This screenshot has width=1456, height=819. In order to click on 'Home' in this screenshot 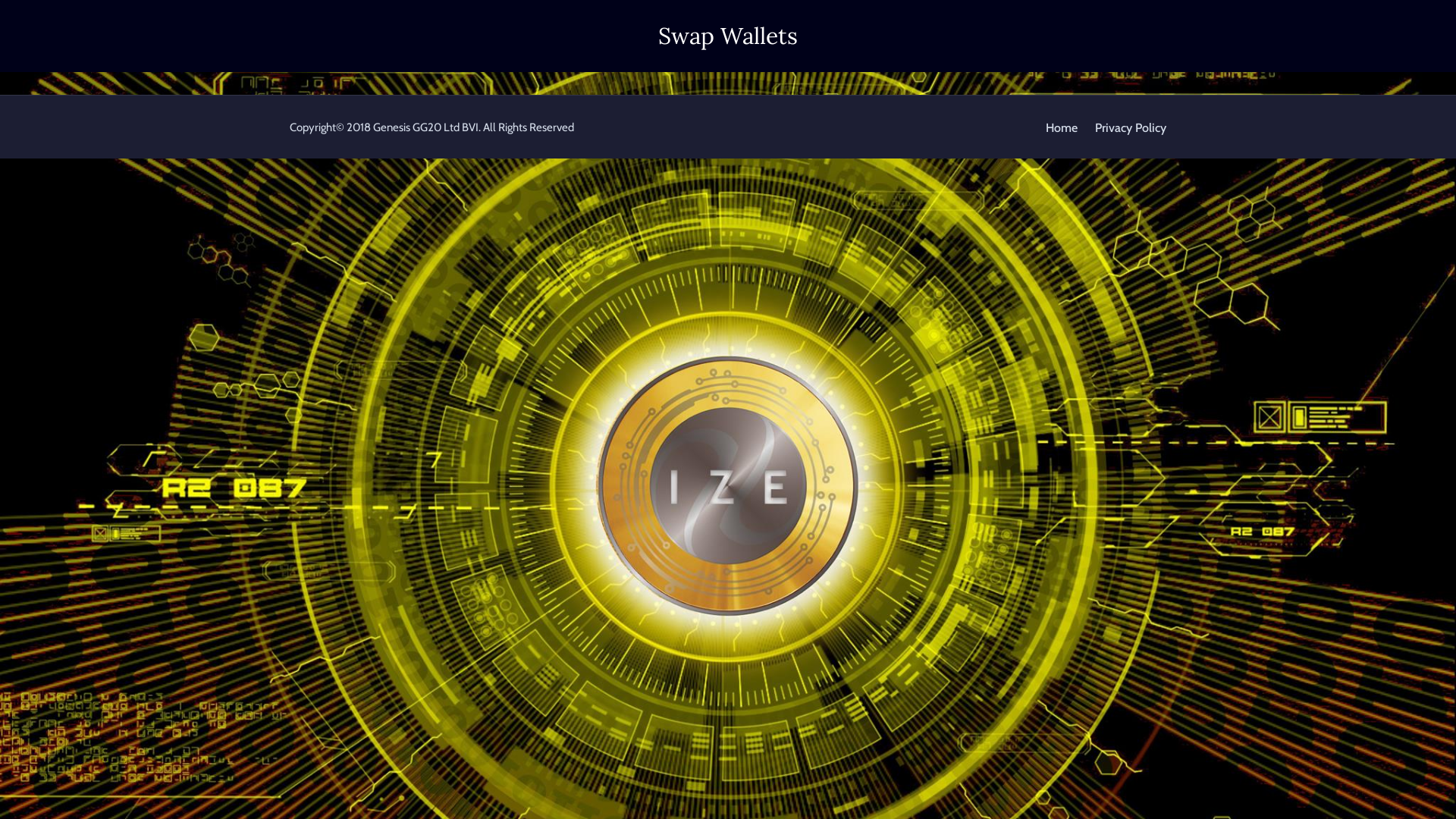, I will do `click(1061, 127)`.